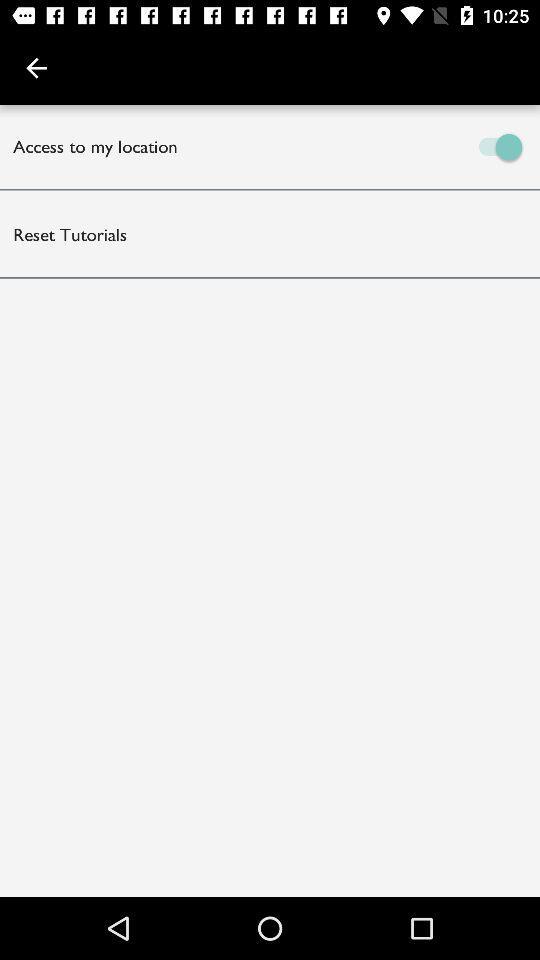 The image size is (540, 960). Describe the element at coordinates (405, 145) in the screenshot. I see `location permission` at that location.